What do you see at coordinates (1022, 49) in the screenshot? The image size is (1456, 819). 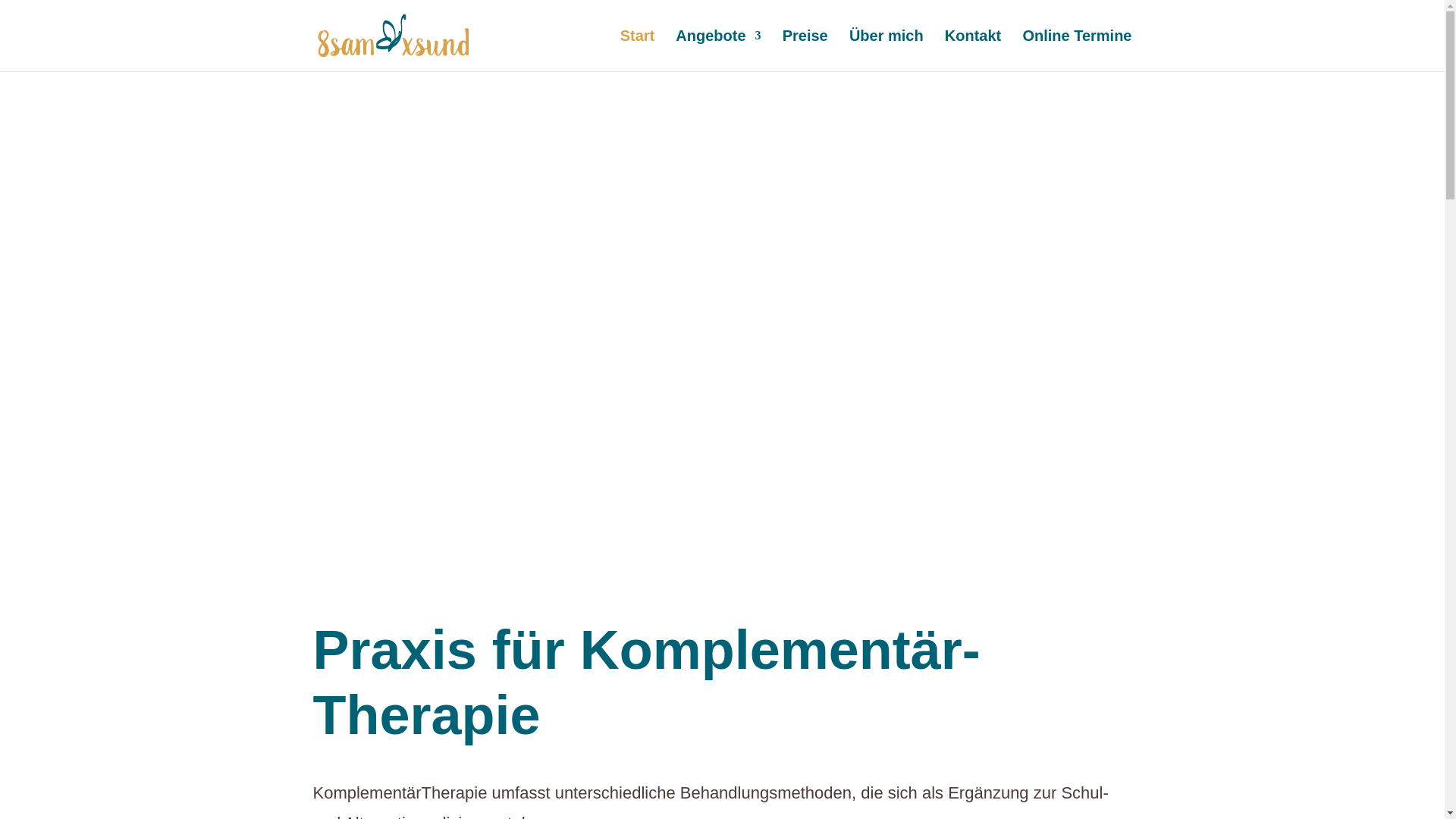 I see `'Online Termine'` at bounding box center [1022, 49].